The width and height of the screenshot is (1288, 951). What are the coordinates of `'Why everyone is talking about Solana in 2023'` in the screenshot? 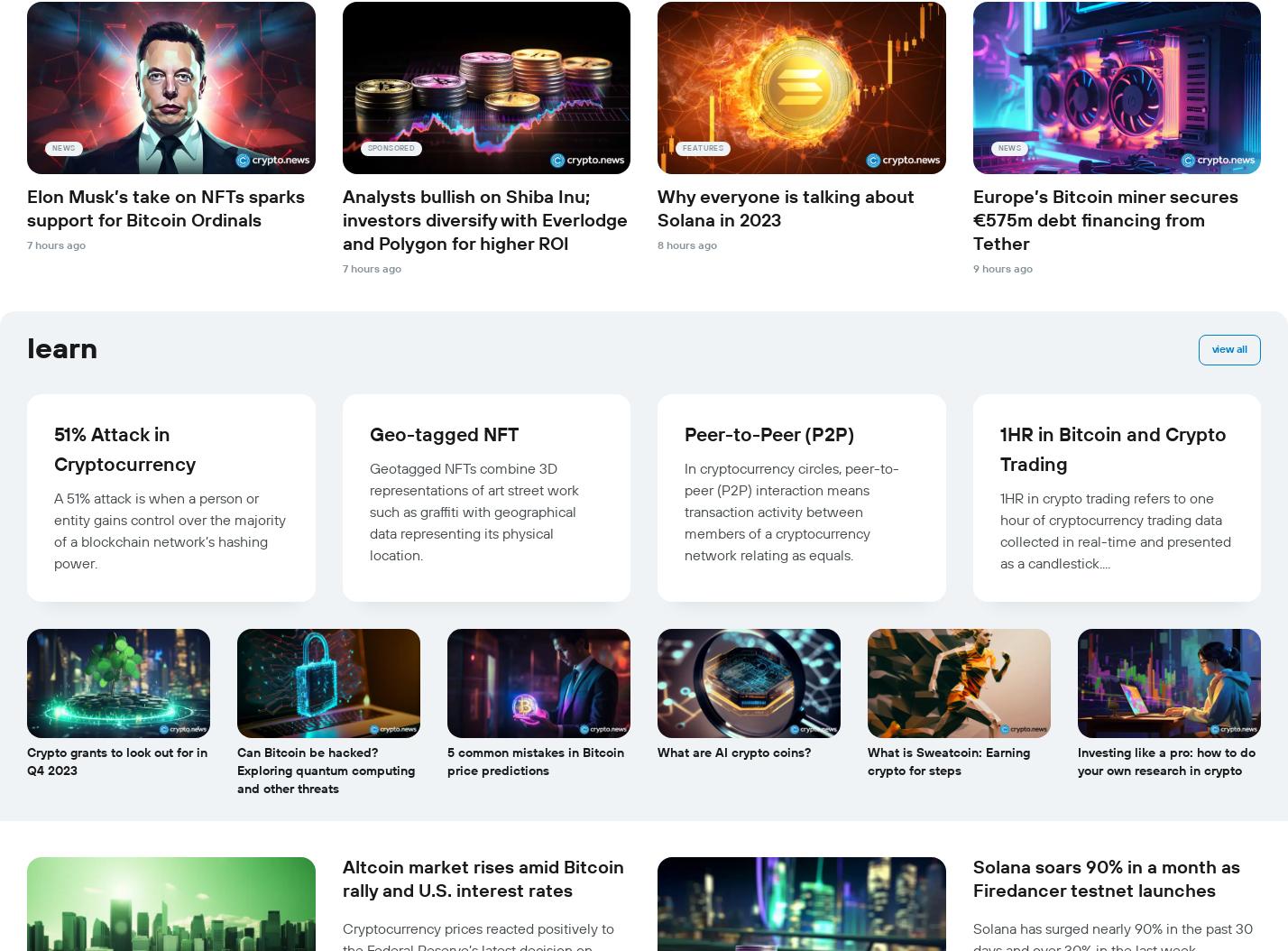 It's located at (786, 209).